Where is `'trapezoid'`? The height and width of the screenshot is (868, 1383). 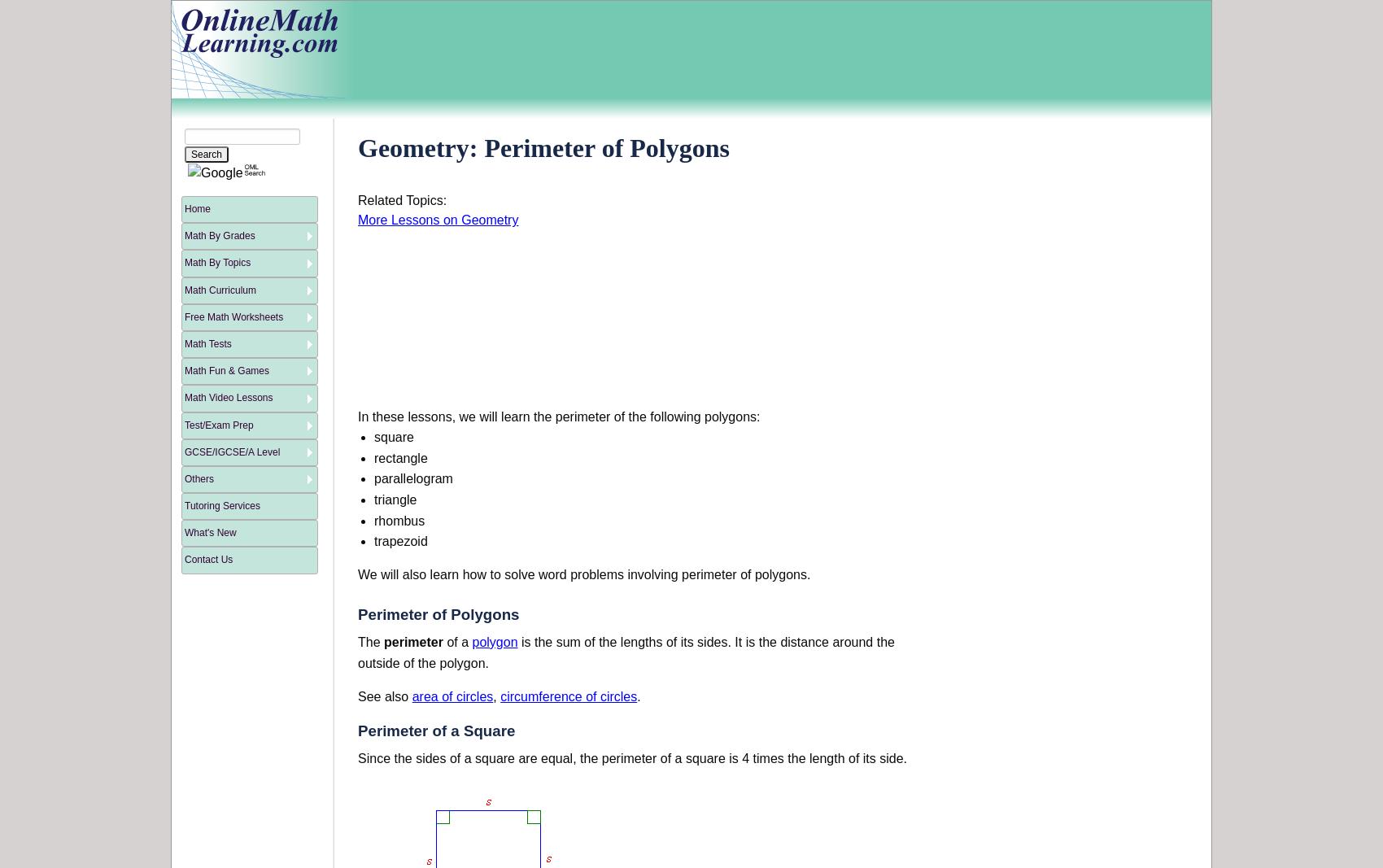 'trapezoid' is located at coordinates (374, 541).